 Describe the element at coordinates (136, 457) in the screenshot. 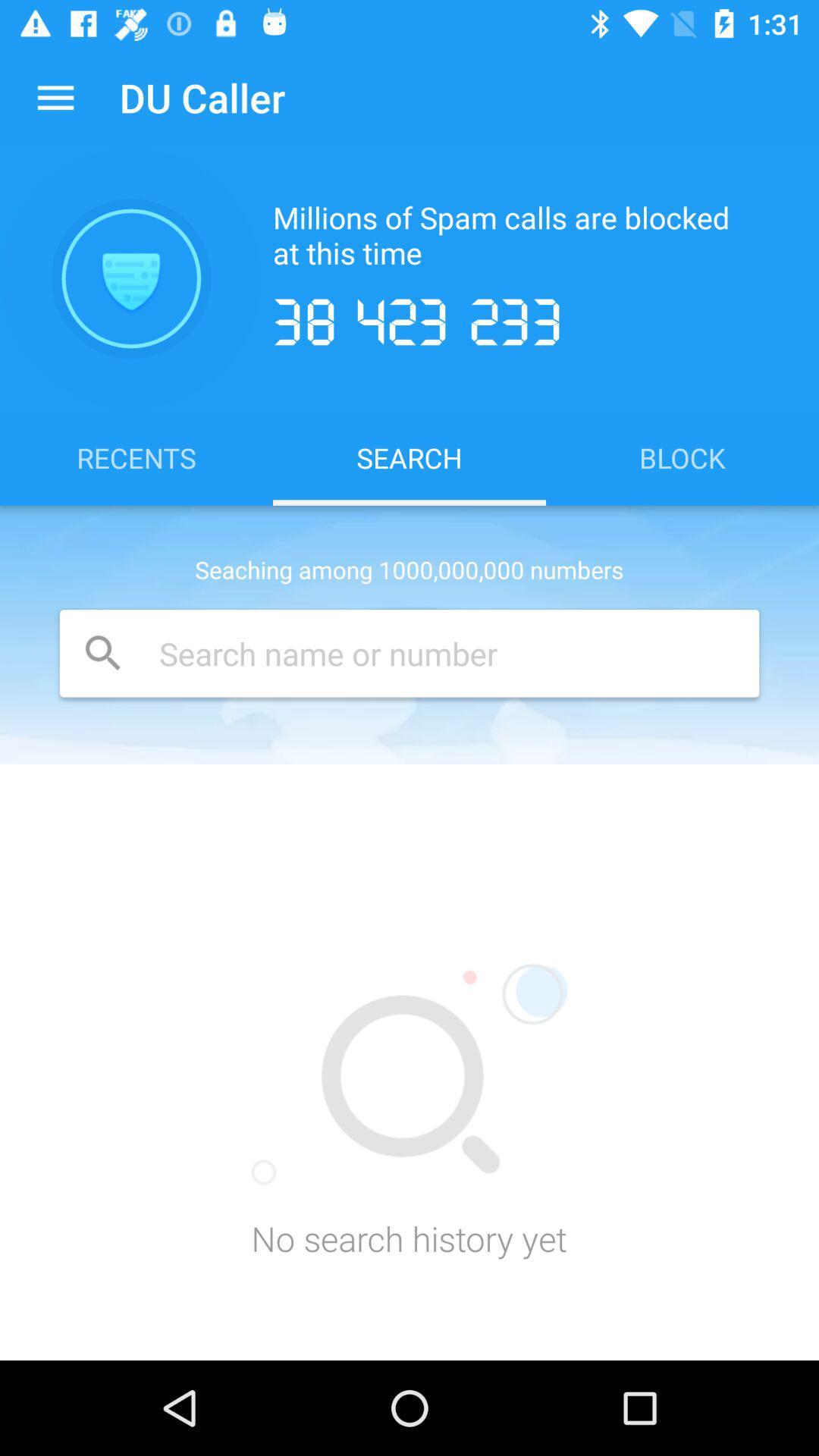

I see `the recents icon` at that location.